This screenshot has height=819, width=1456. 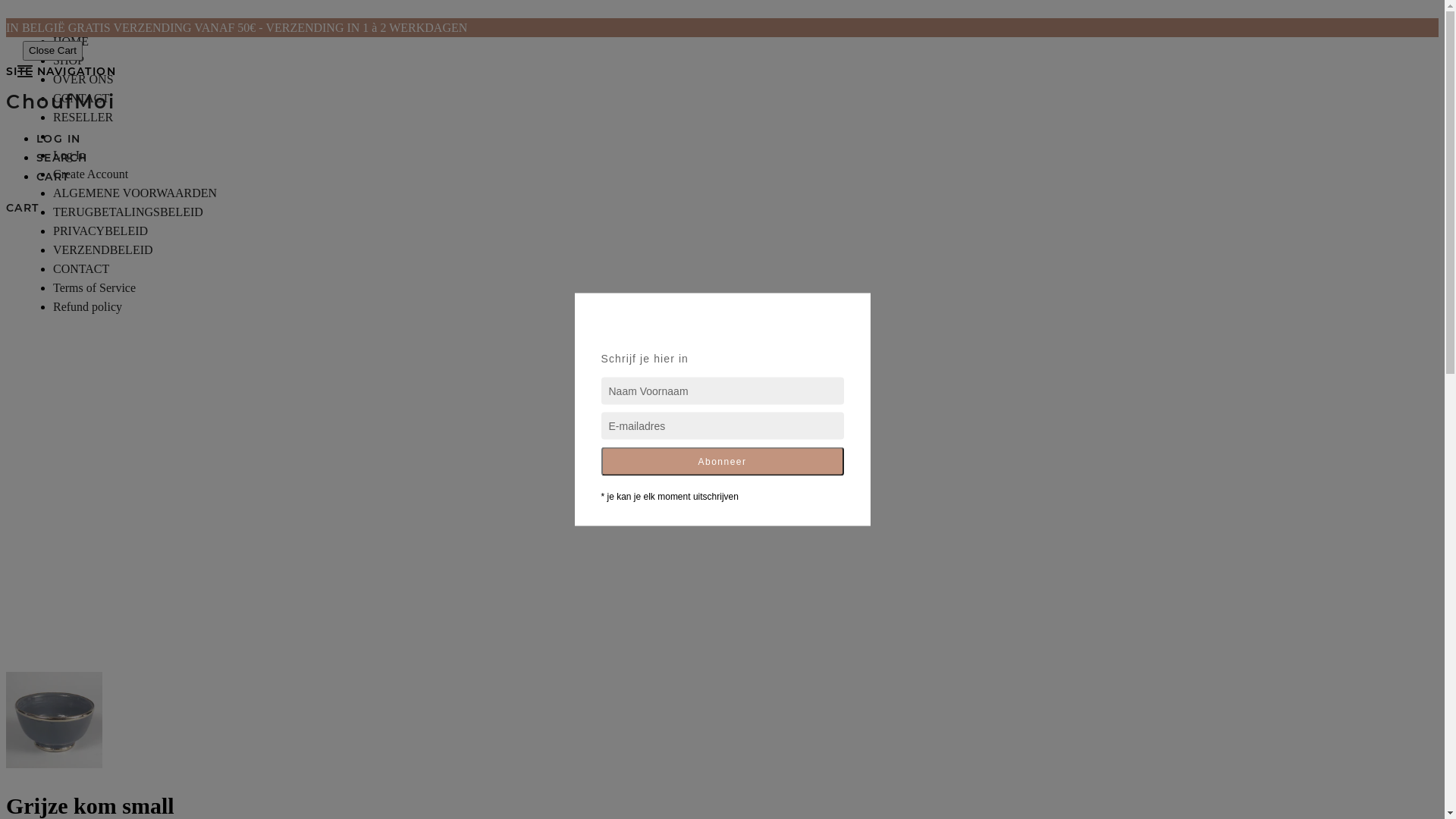 I want to click on 'ALGEMENE VOORWAARDEN', so click(x=134, y=192).